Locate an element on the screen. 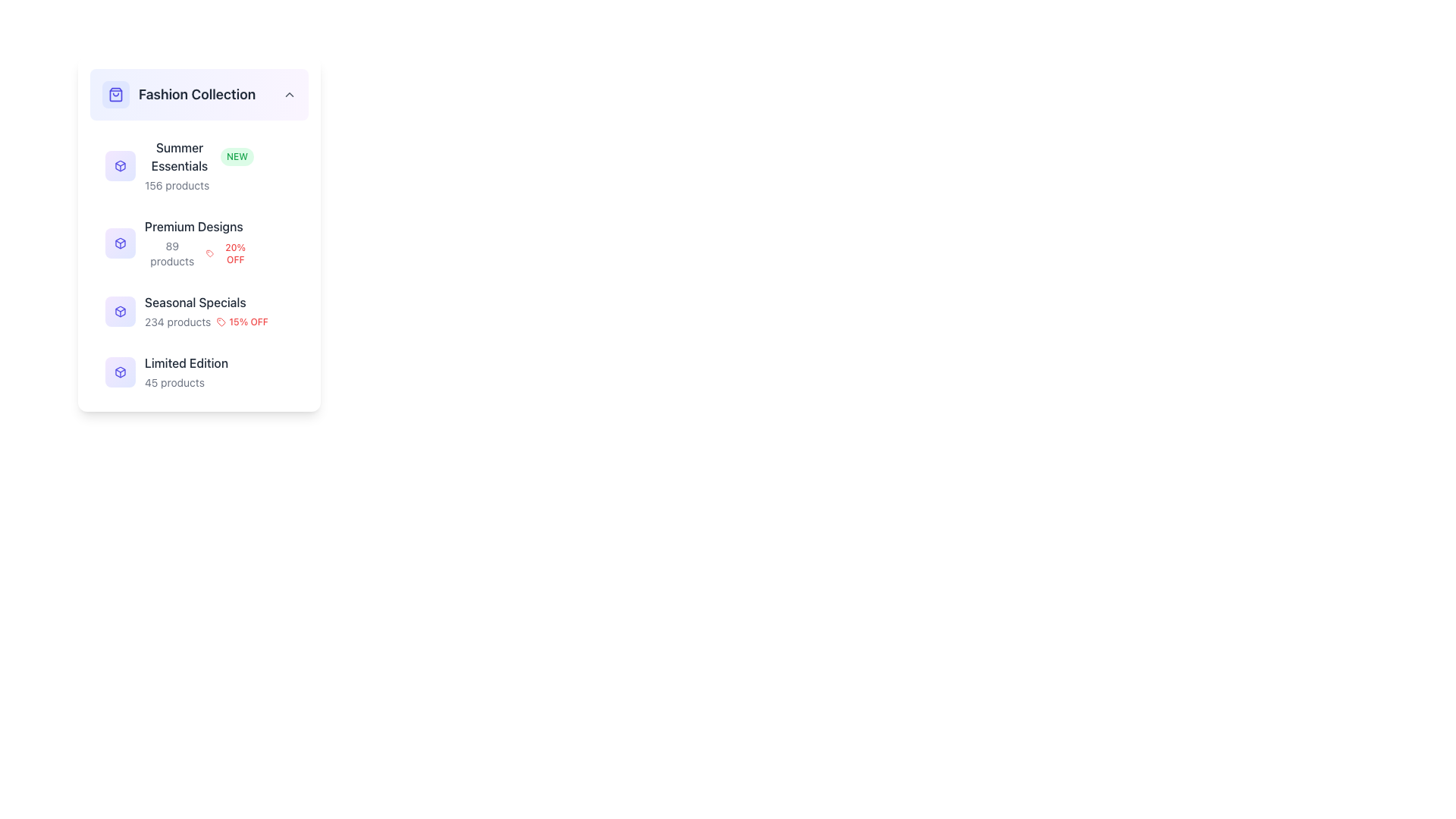 The height and width of the screenshot is (819, 1456). the 'Limited Edition' category label, which is the fourth item in the vertically stacked list within the 'Fashion Collection' section is located at coordinates (202, 372).